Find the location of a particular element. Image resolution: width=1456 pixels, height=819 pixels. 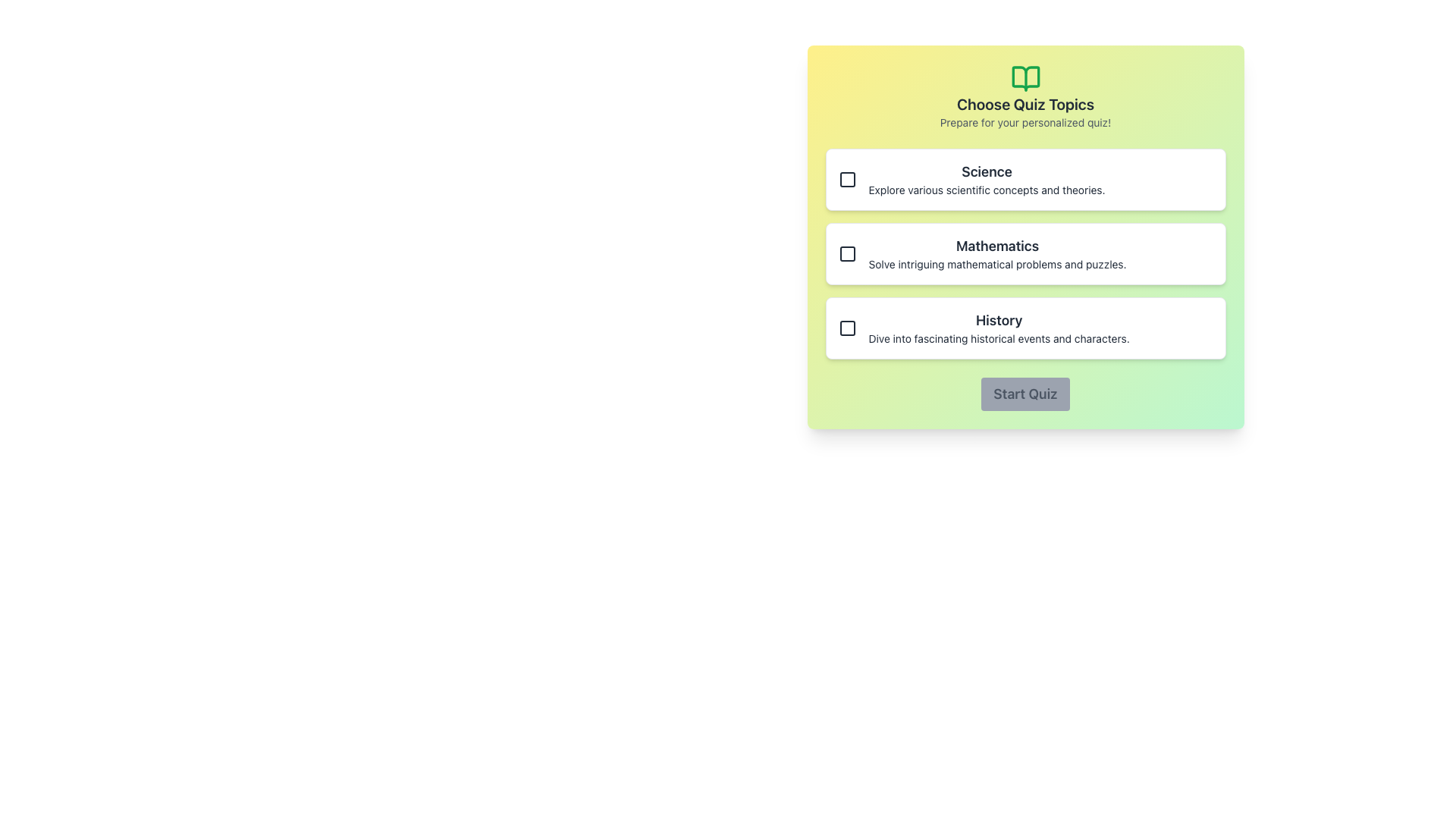

text label that says 'Prepare for your personalized quiz!', which is styled with a small font and gray color, located below the heading 'Choose Quiz Topics' in a centrally-aligned section of the light gradient background interface is located at coordinates (1025, 122).